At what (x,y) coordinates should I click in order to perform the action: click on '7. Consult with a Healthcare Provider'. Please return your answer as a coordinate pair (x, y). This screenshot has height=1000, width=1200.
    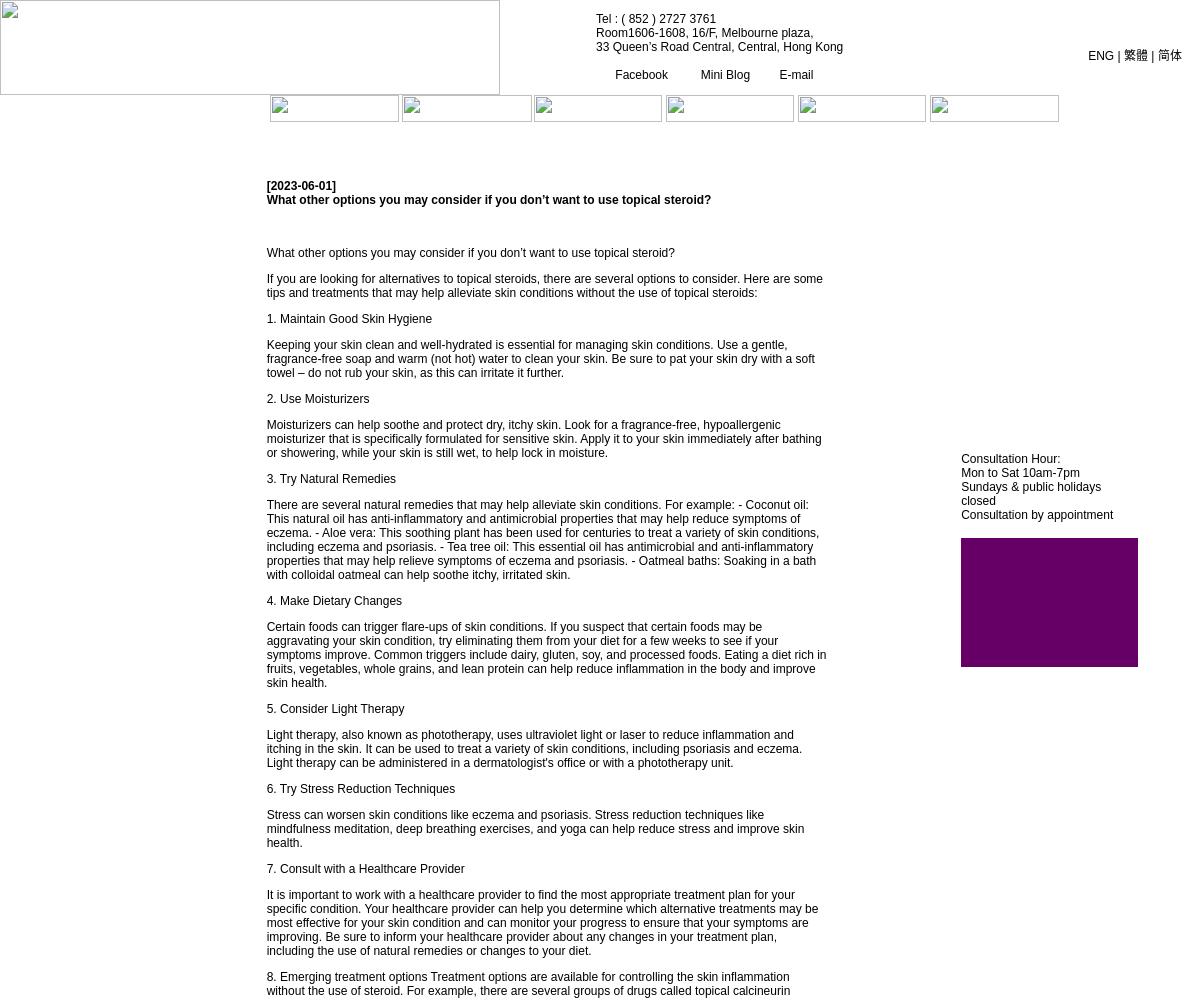
    Looking at the image, I should click on (365, 868).